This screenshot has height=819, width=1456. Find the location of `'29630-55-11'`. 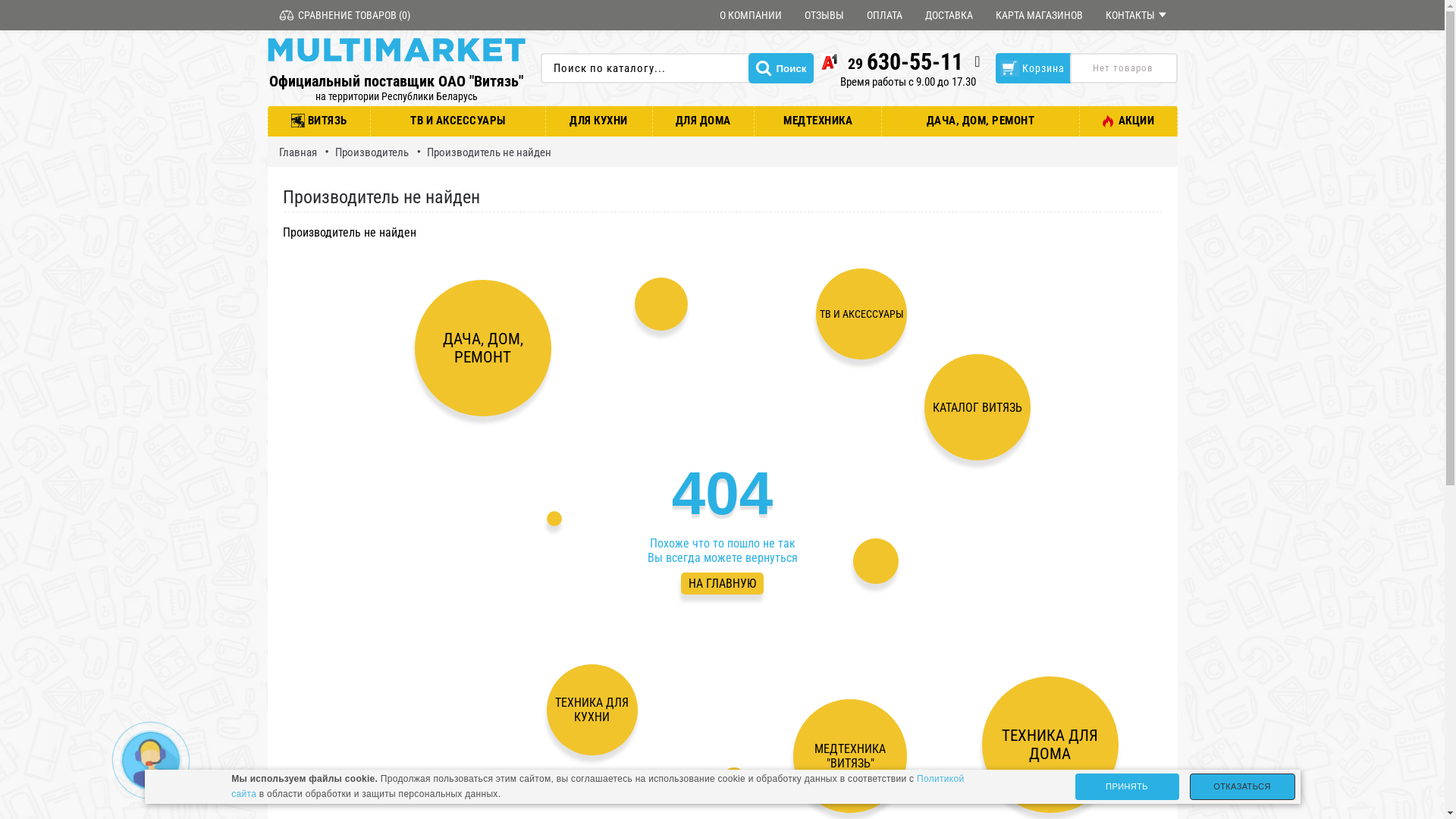

'29630-55-11' is located at coordinates (891, 61).